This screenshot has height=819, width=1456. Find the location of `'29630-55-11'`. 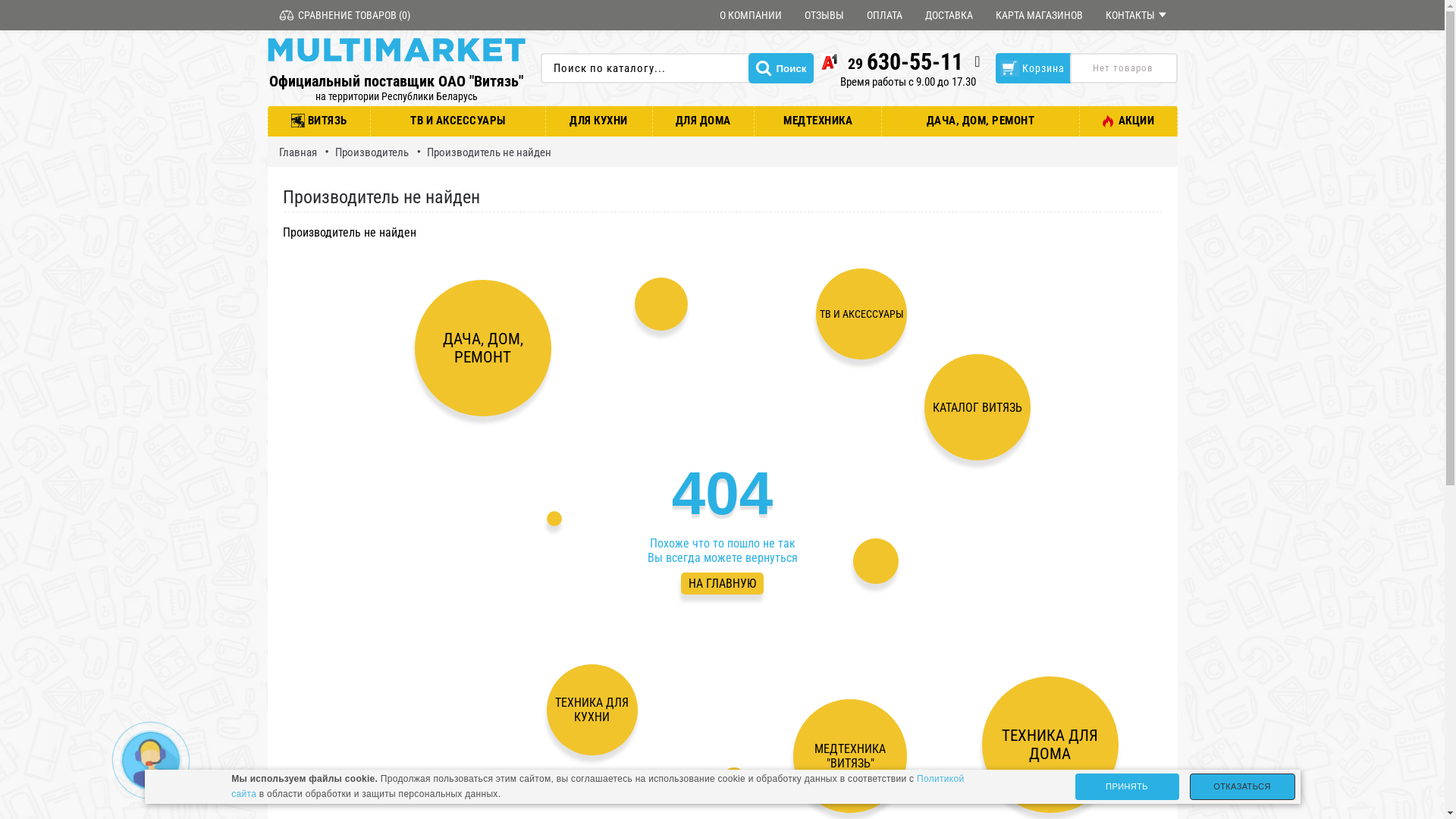

'29630-55-11' is located at coordinates (891, 61).